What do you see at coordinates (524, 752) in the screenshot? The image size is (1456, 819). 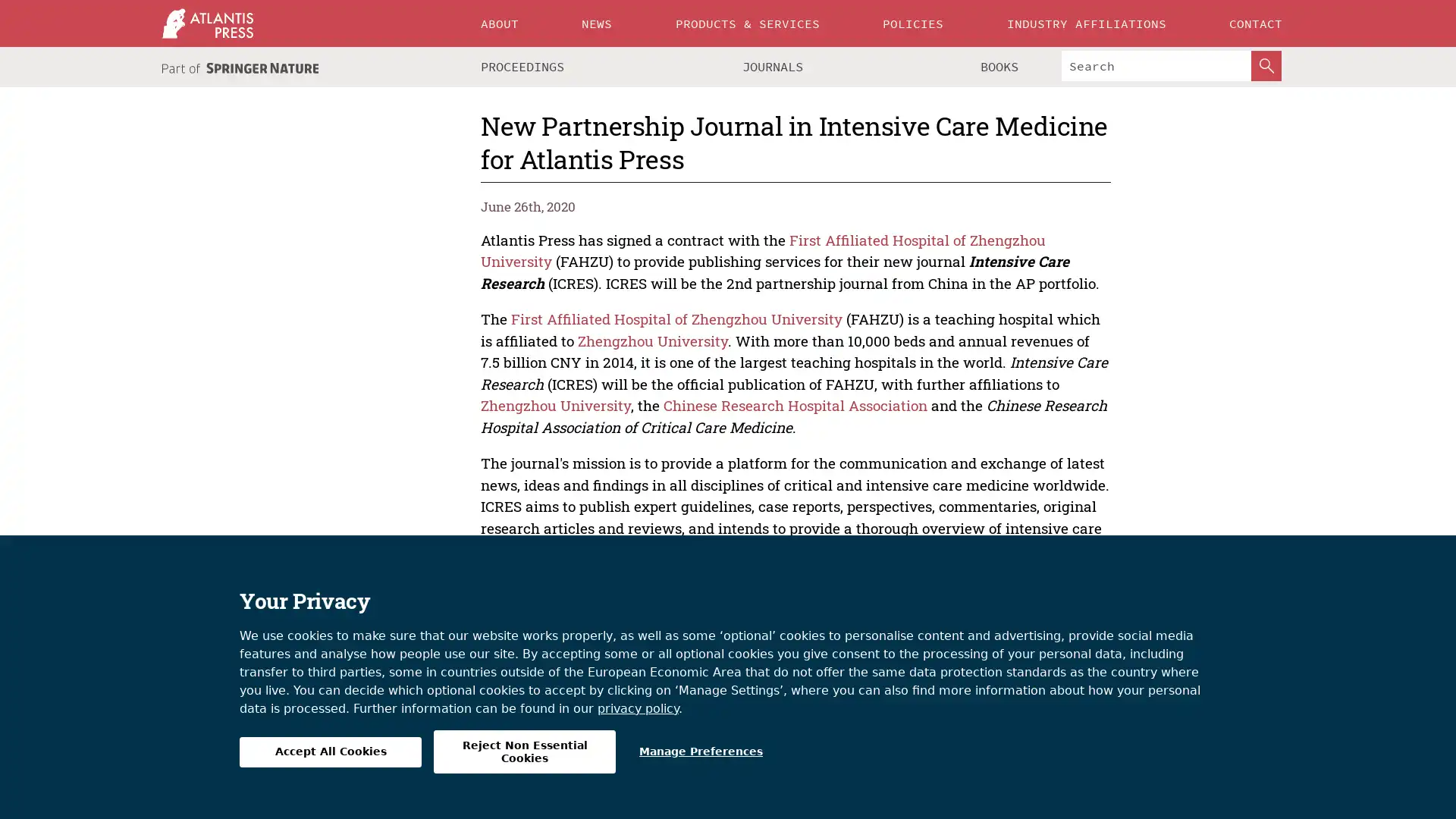 I see `Reject Non Essential Cookies` at bounding box center [524, 752].